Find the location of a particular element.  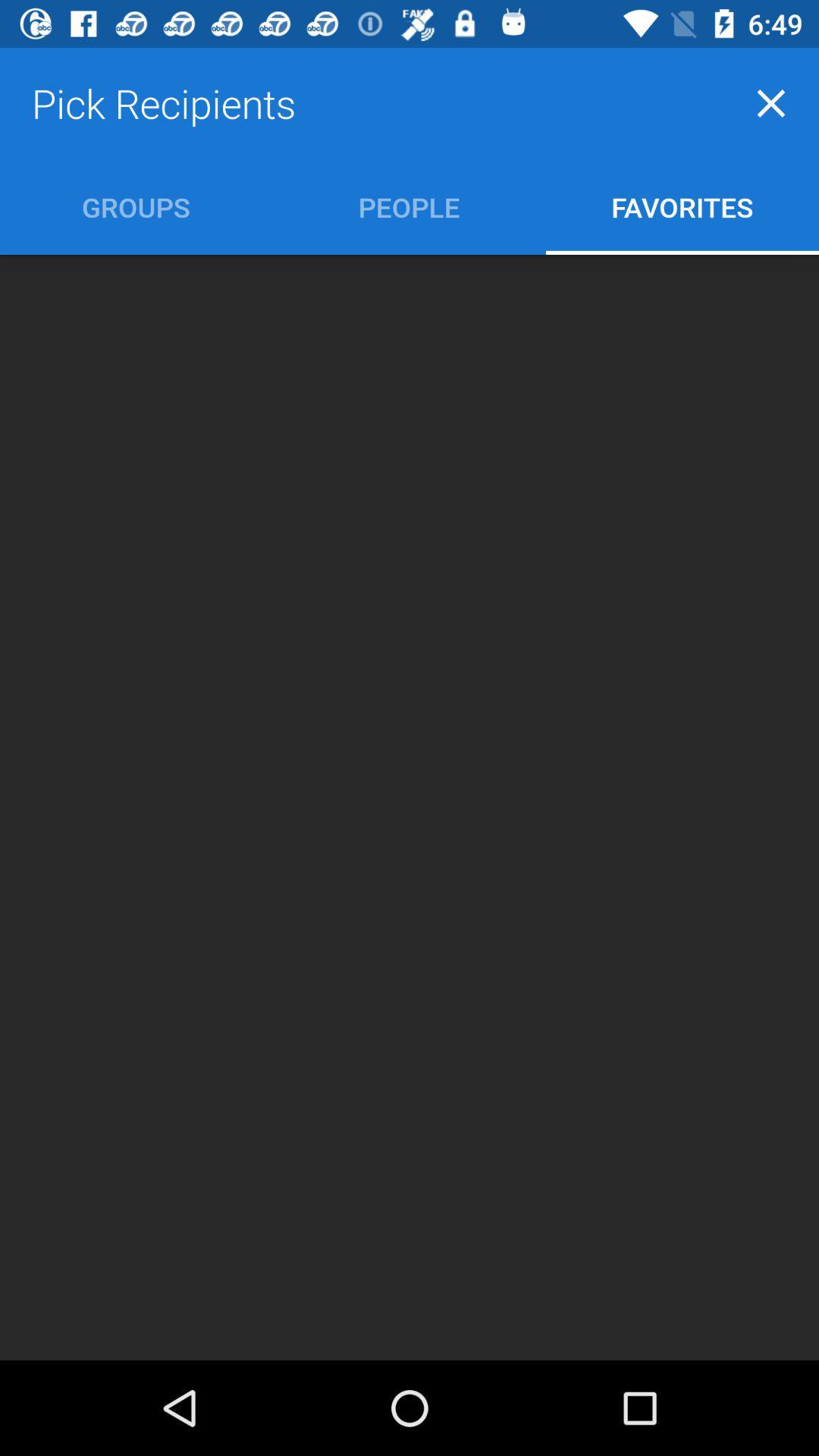

icon below pick recipients item is located at coordinates (408, 206).